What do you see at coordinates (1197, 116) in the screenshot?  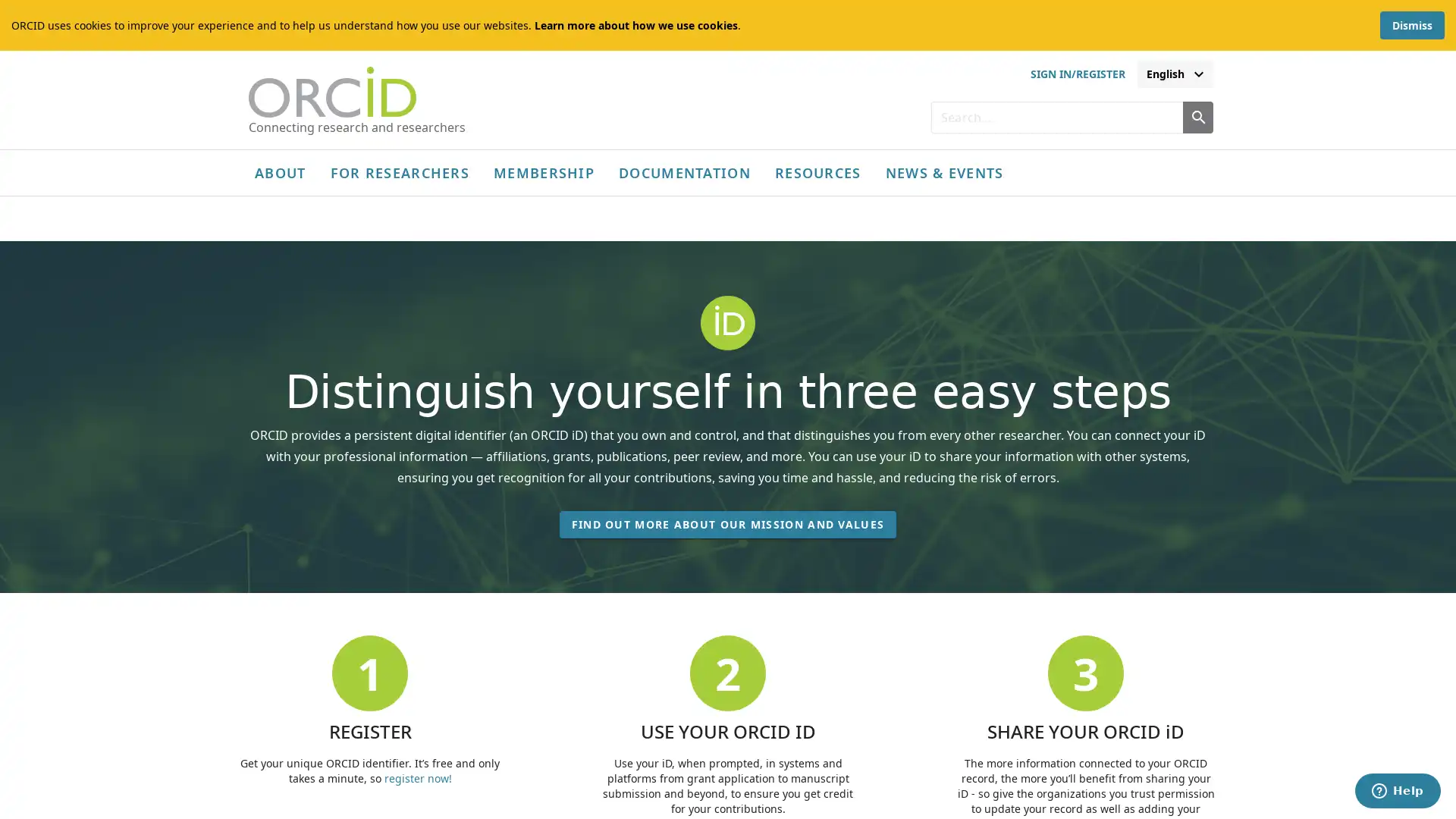 I see `Search` at bounding box center [1197, 116].